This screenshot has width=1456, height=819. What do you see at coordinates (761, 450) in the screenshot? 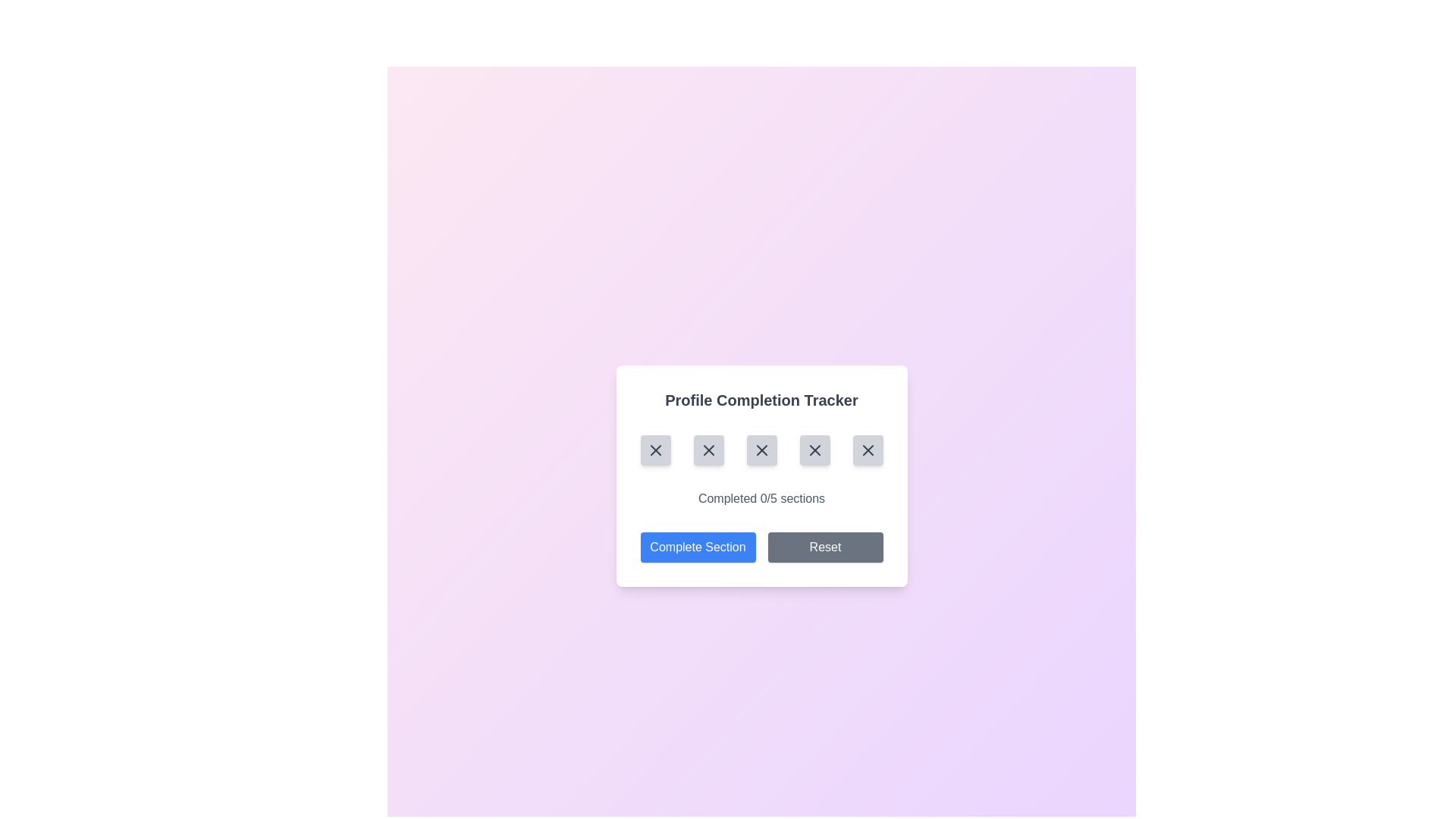
I see `the third 'X' icon in the row within the 'Profile Completion Tracker' modal` at bounding box center [761, 450].